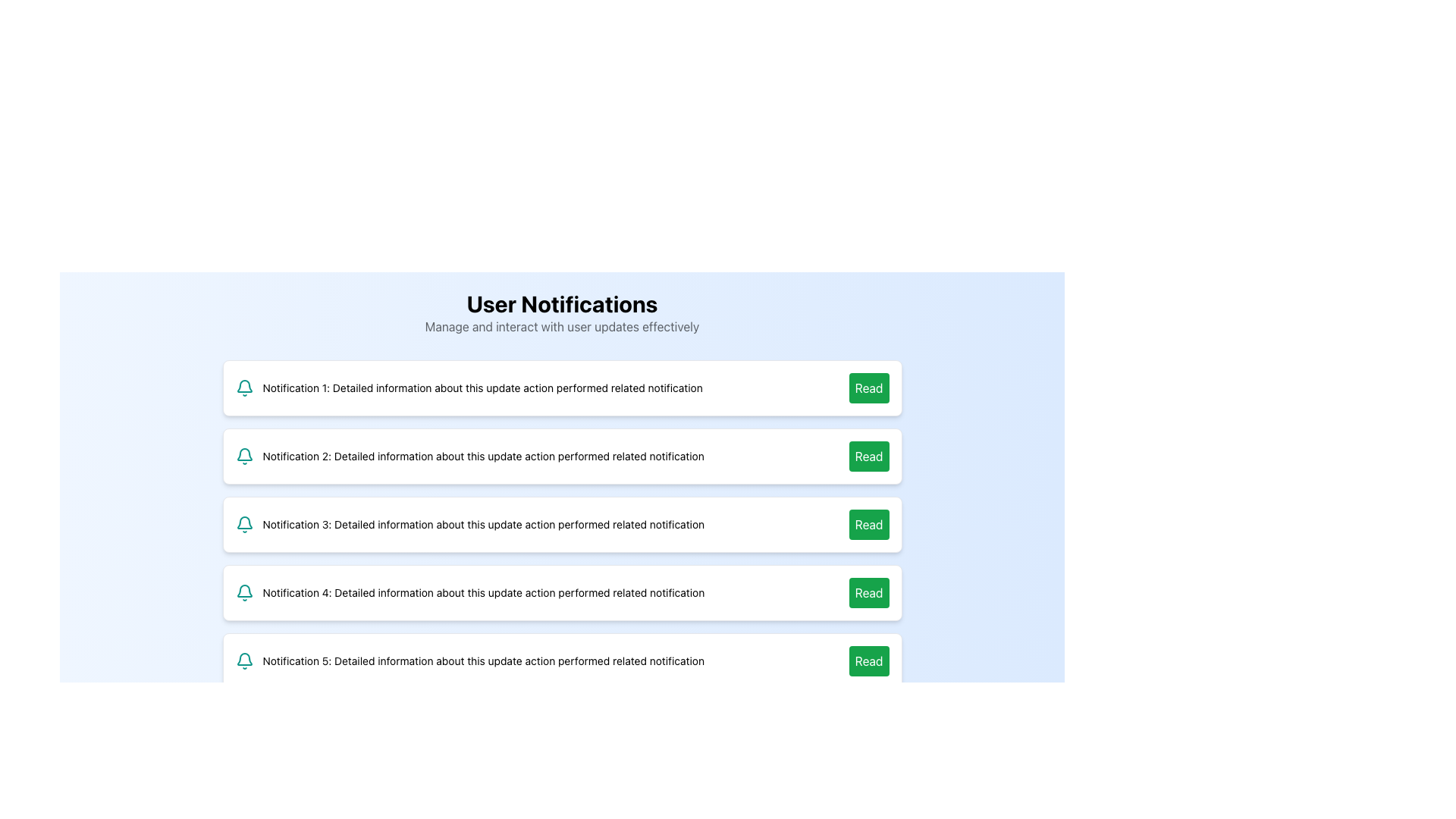 This screenshot has width=1456, height=819. What do you see at coordinates (244, 388) in the screenshot?
I see `the teal bell icon with a circular notification indicator, which is the first element in the notification row adjacent to 'Notification 1: Detailed information about this update action performed related notification'` at bounding box center [244, 388].